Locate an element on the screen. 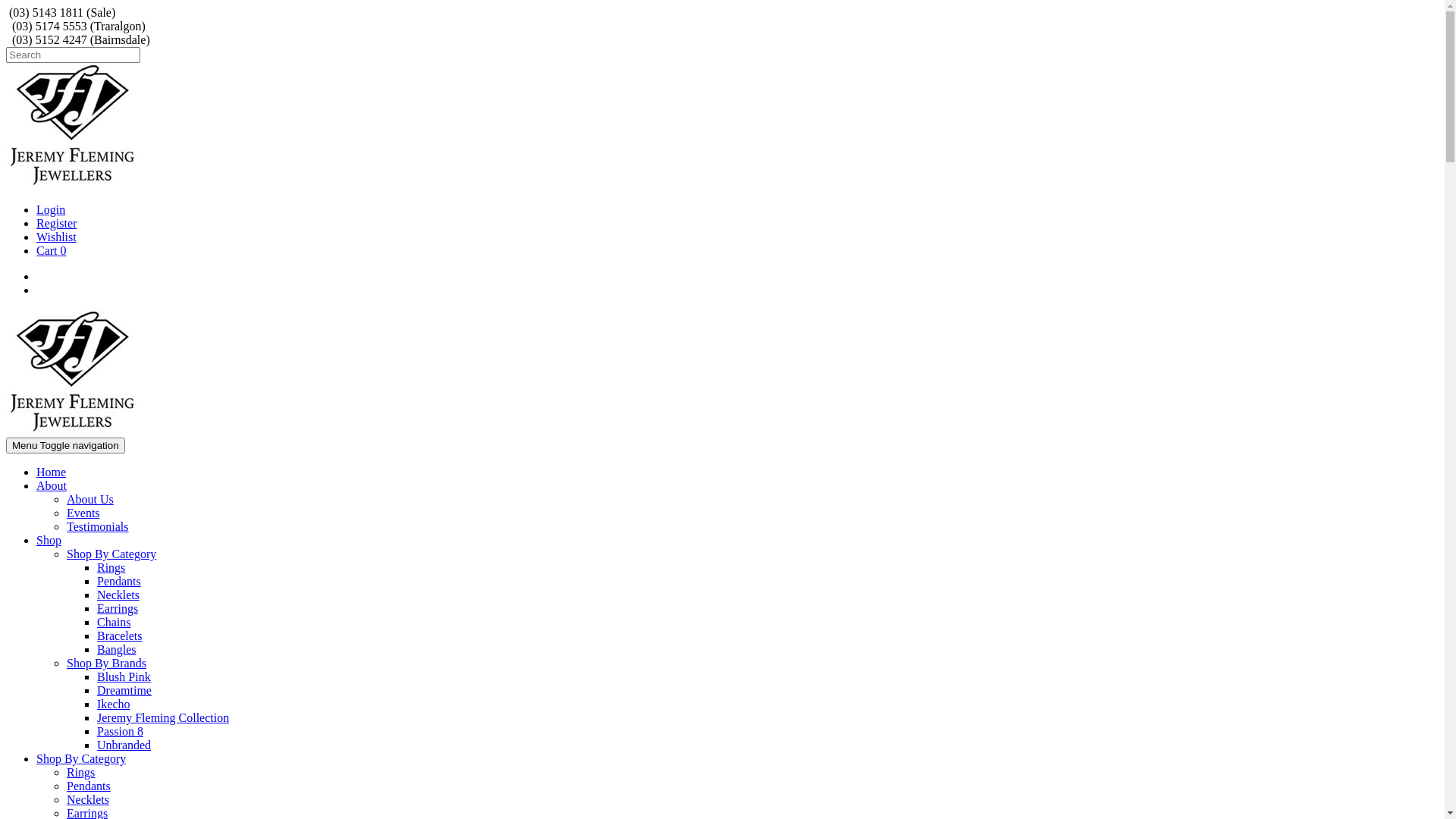  'Blush Pink' is located at coordinates (124, 676).